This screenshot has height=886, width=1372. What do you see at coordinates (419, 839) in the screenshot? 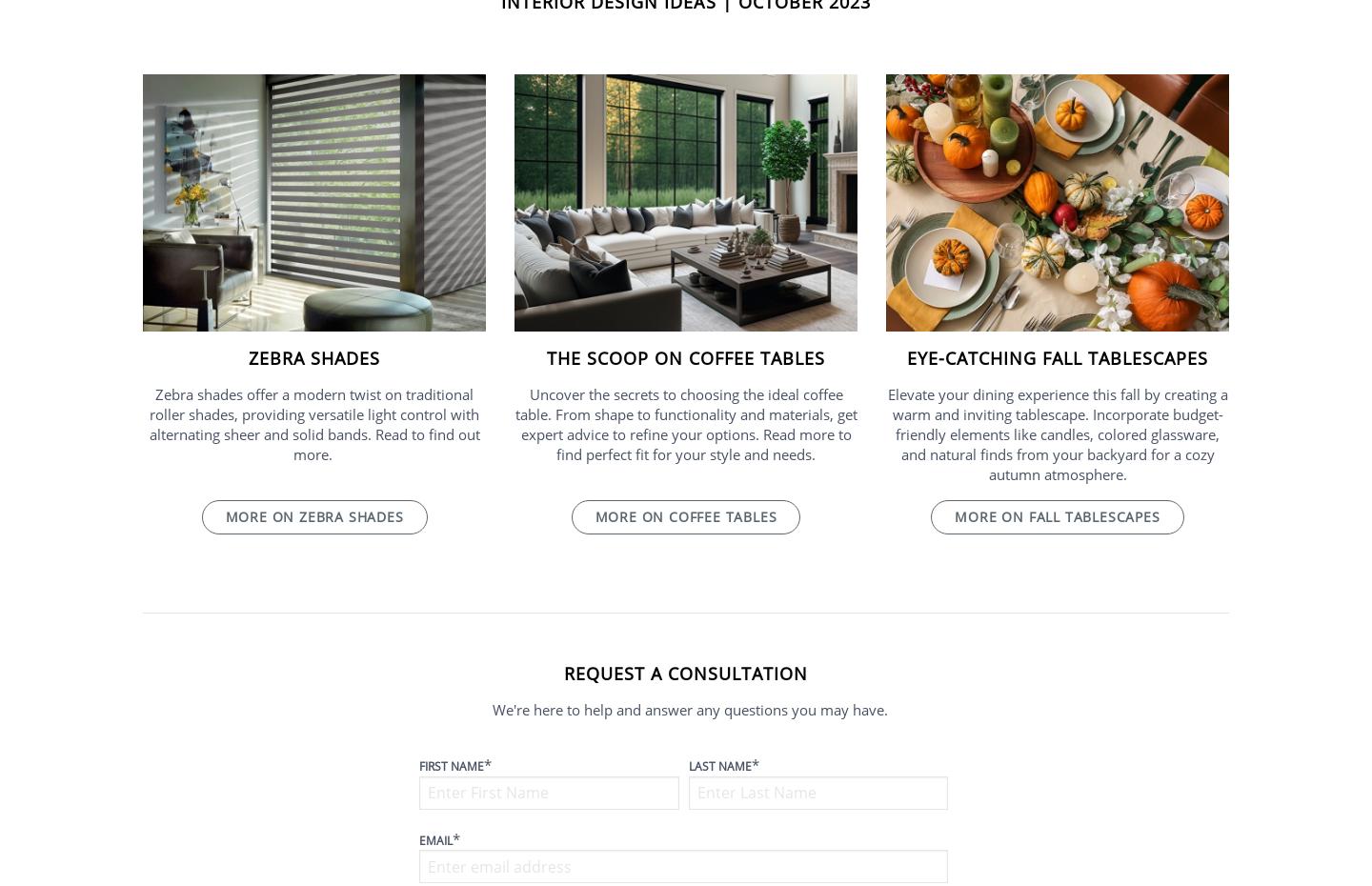
I see `'Email'` at bounding box center [419, 839].